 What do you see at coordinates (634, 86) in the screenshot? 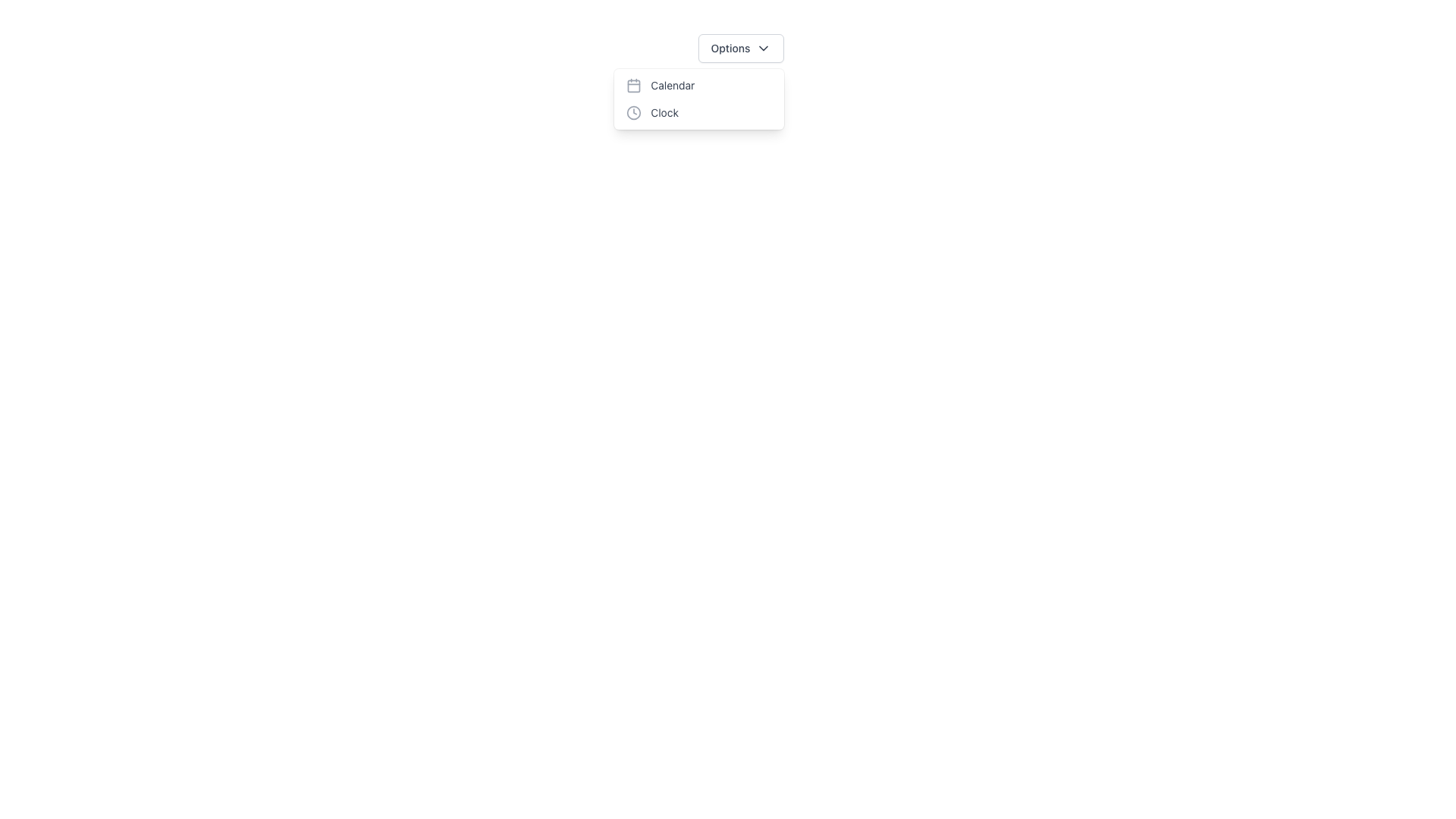
I see `the rectangular icon with a rounded border that is part of the calendar icon next to the 'Calendar' label in the dropdown menu` at bounding box center [634, 86].